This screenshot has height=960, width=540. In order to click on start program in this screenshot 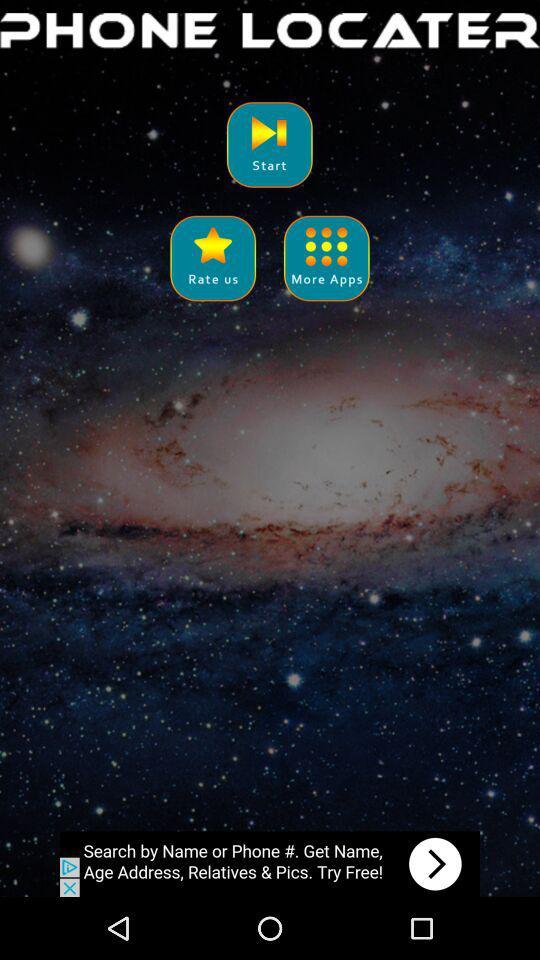, I will do `click(269, 143)`.